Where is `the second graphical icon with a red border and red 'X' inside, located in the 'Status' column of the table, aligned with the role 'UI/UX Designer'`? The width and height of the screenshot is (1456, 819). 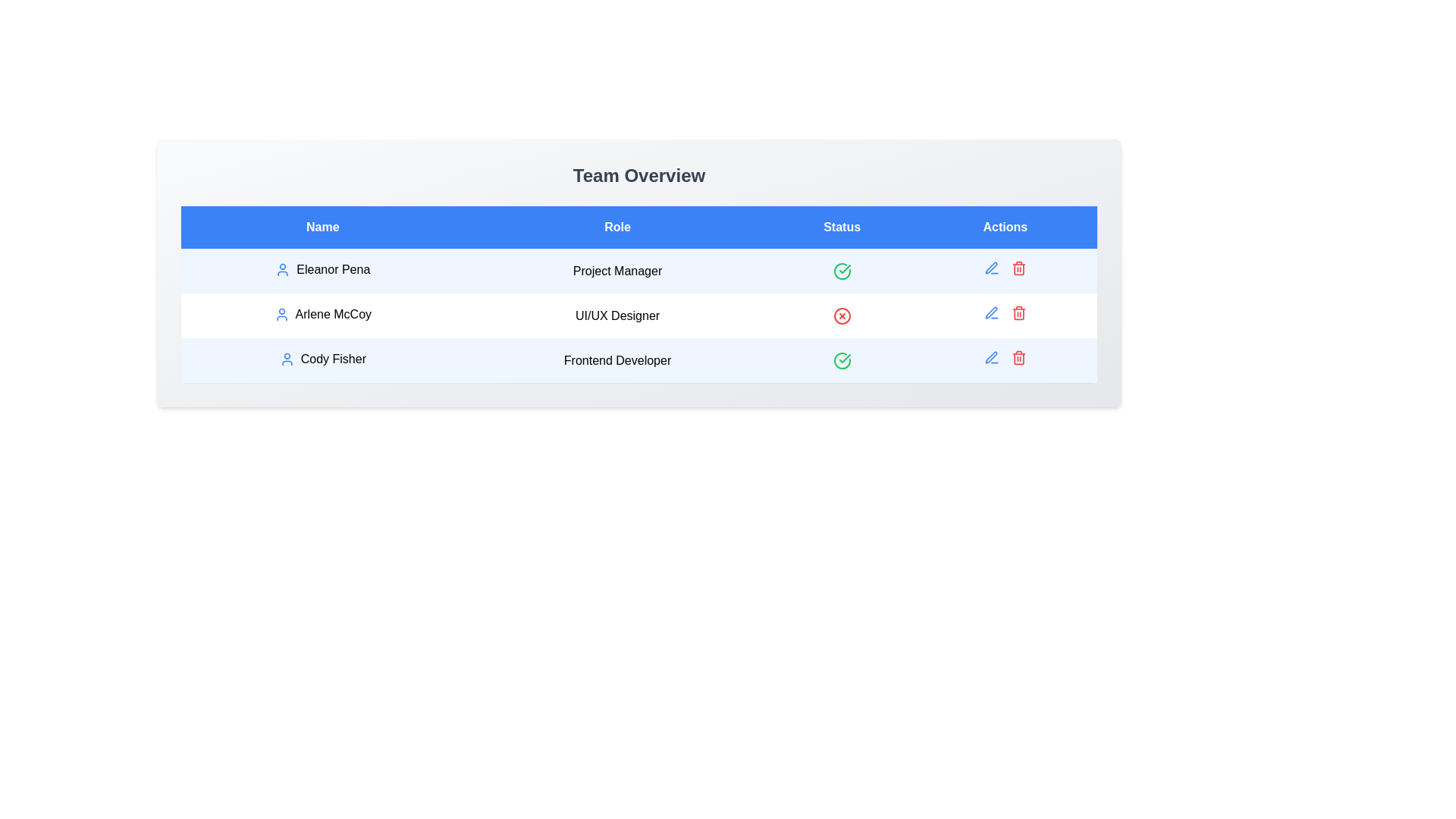
the second graphical icon with a red border and red 'X' inside, located in the 'Status' column of the table, aligned with the role 'UI/UX Designer' is located at coordinates (841, 315).